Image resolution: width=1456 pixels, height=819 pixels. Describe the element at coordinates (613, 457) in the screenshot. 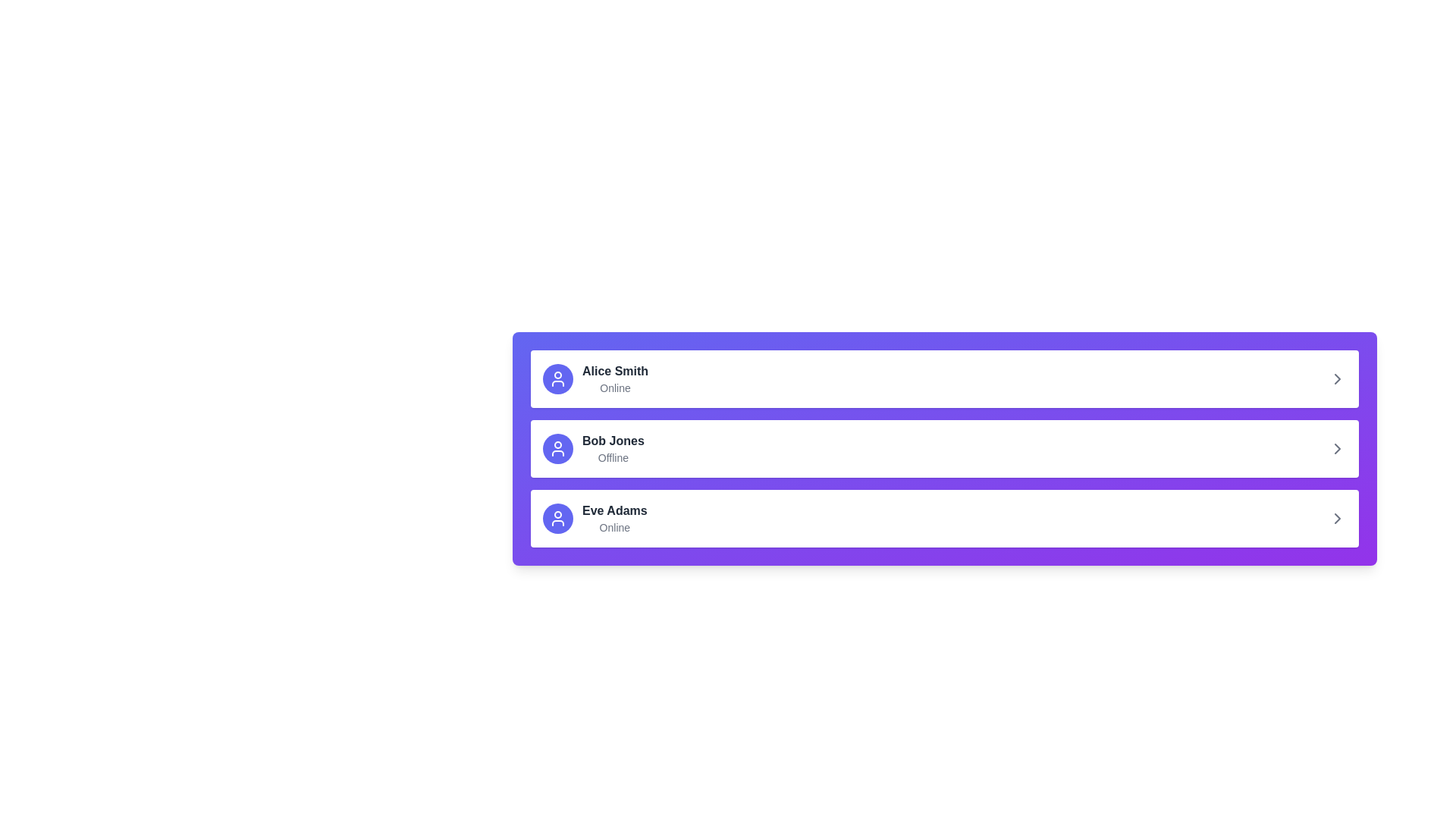

I see `the Text Label displaying 'Offline', which is located below 'Bob Jones' in the second list item of the panel` at that location.